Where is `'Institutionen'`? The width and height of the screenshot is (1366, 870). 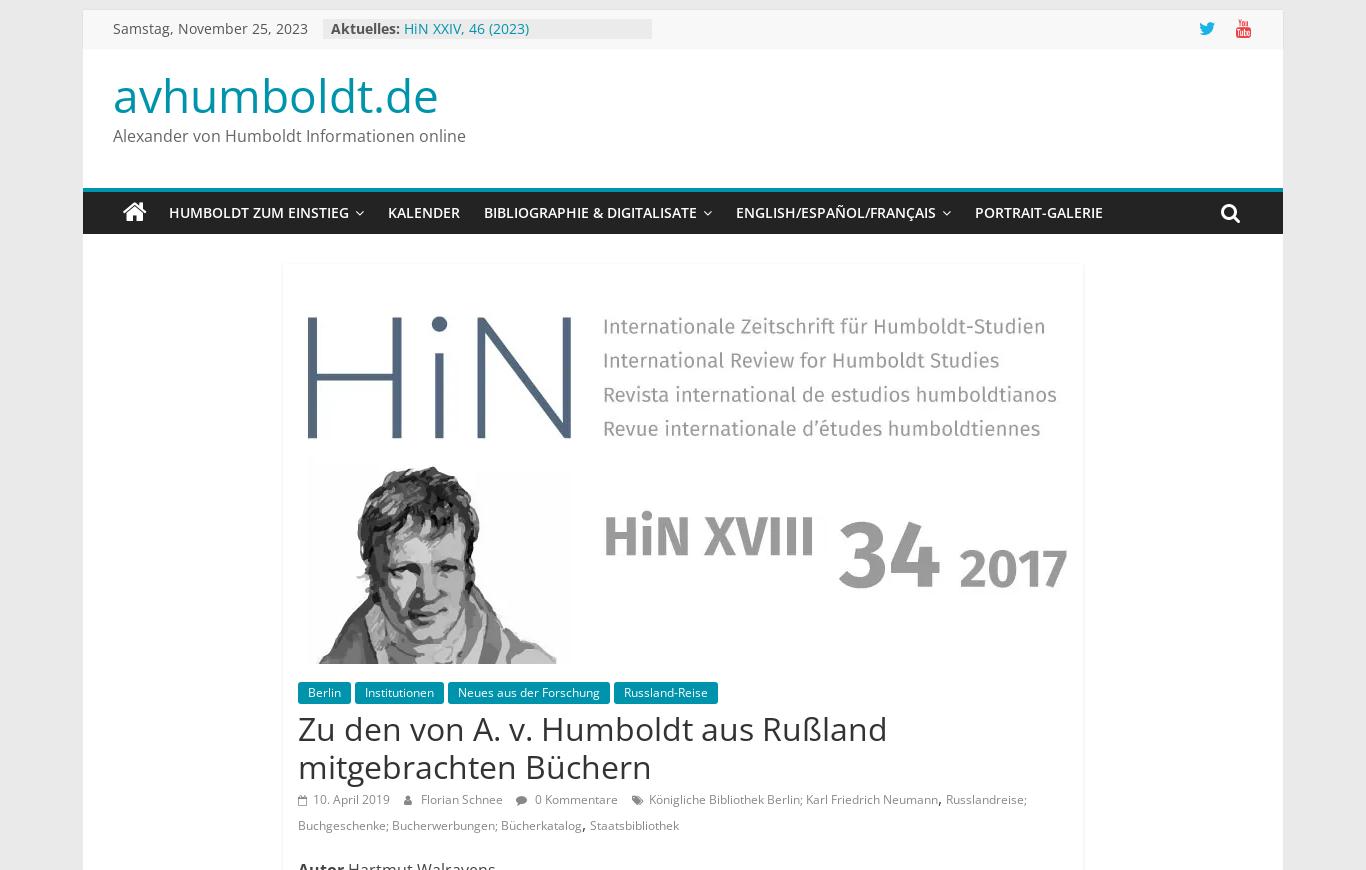 'Institutionen' is located at coordinates (363, 691).